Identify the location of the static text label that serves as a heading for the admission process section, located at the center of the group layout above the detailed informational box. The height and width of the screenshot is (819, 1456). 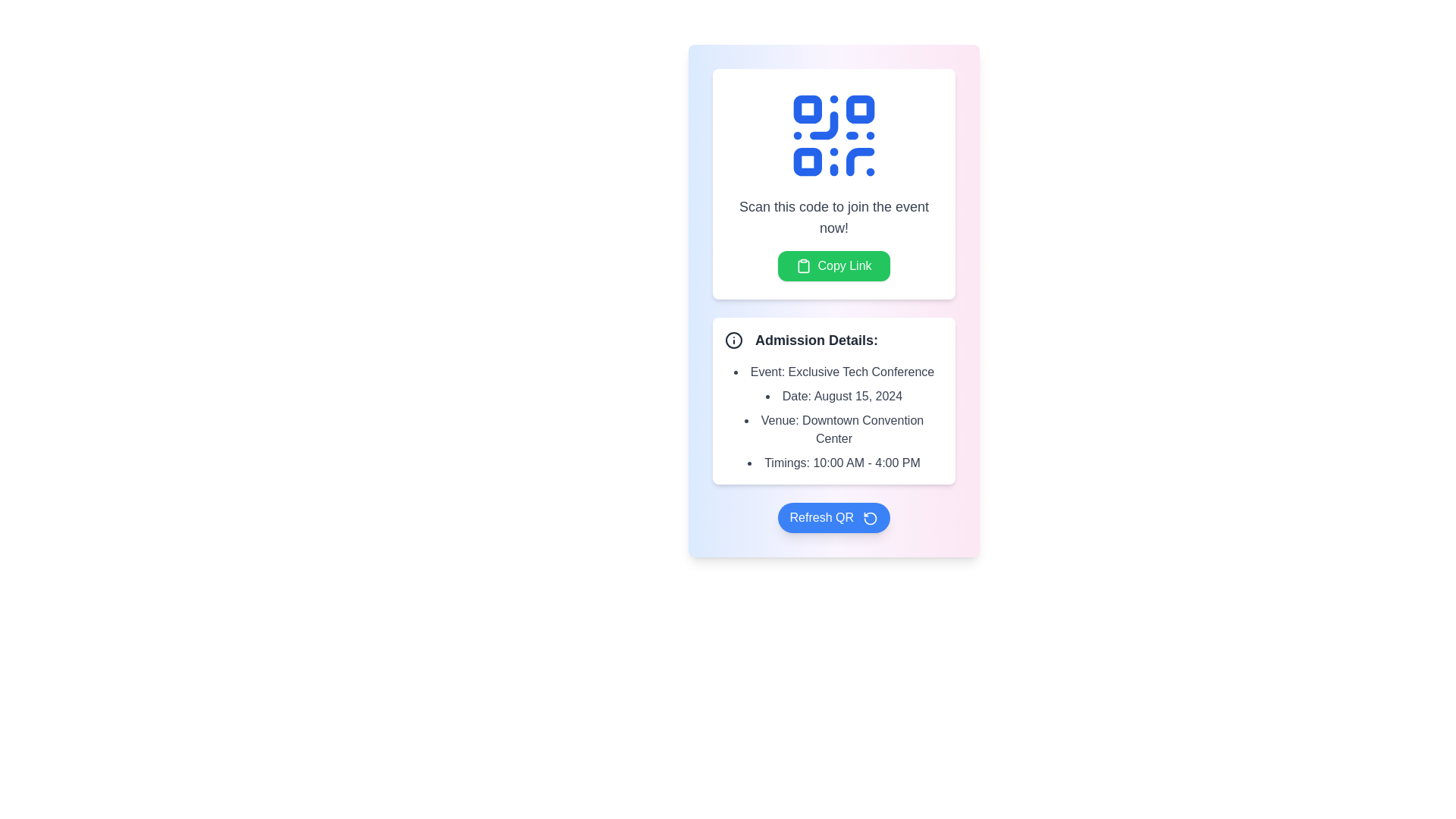
(815, 339).